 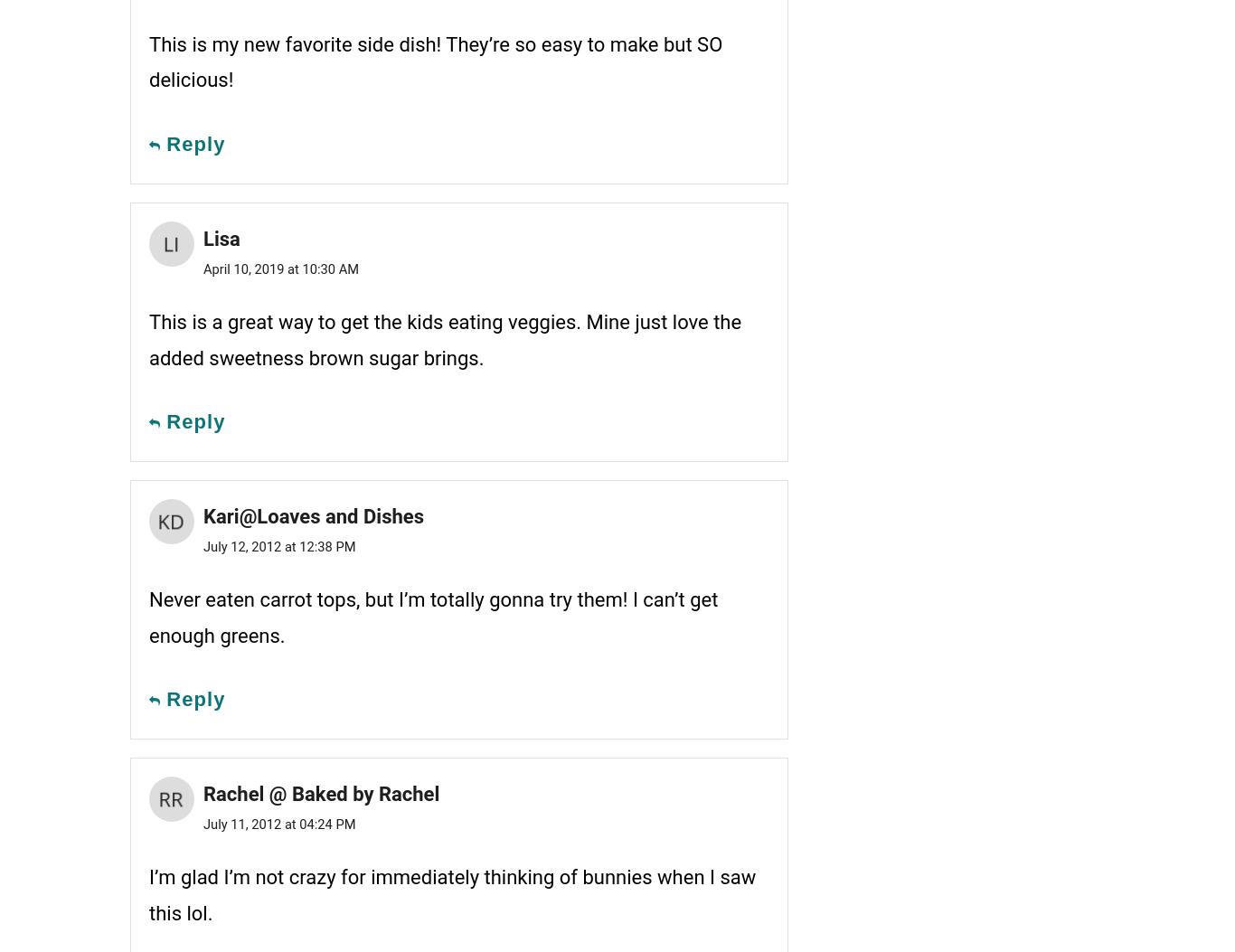 I want to click on 'Kari@Loaves and Dishes', so click(x=312, y=515).